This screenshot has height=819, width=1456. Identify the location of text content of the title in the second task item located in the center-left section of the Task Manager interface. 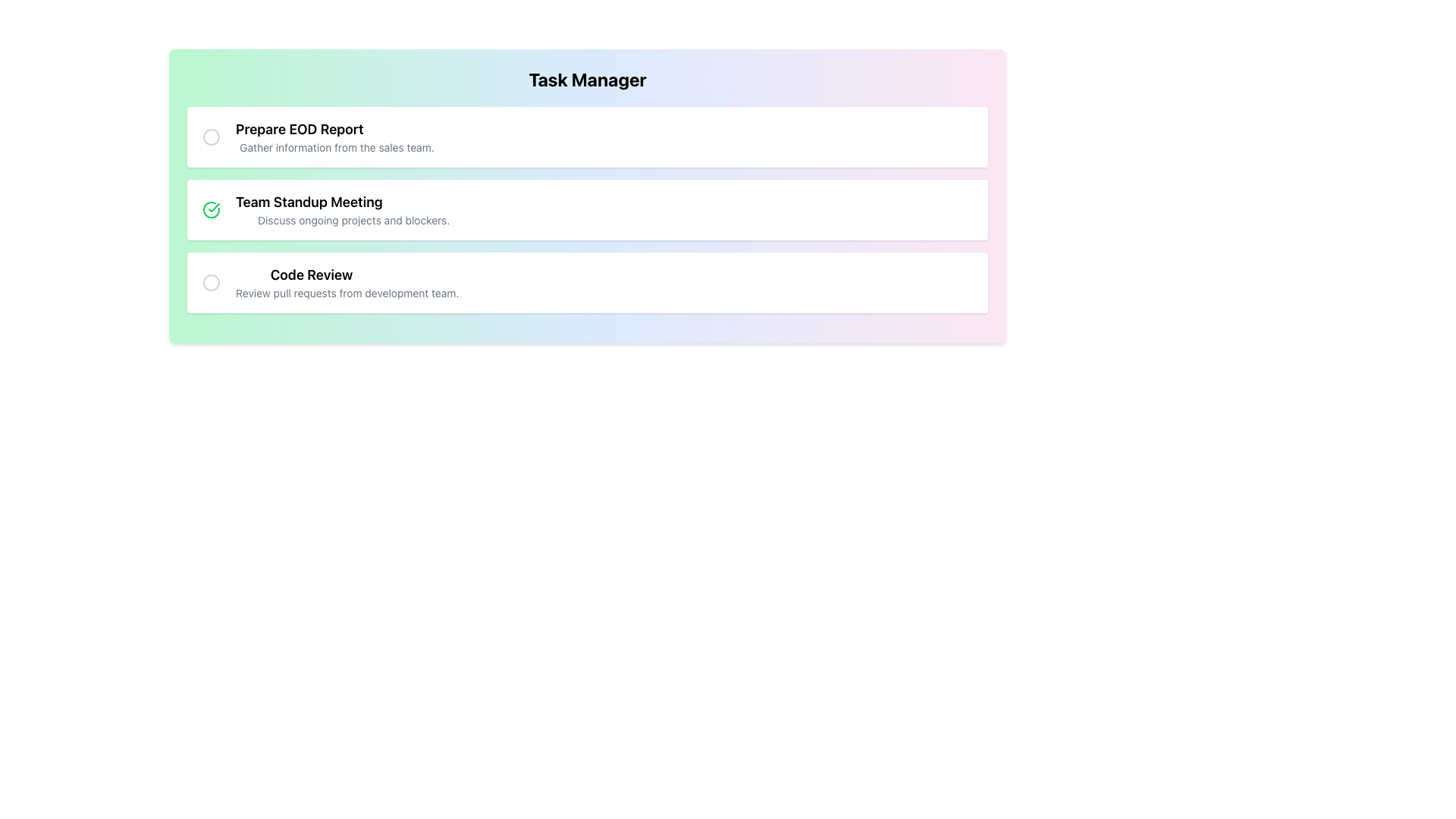
(353, 201).